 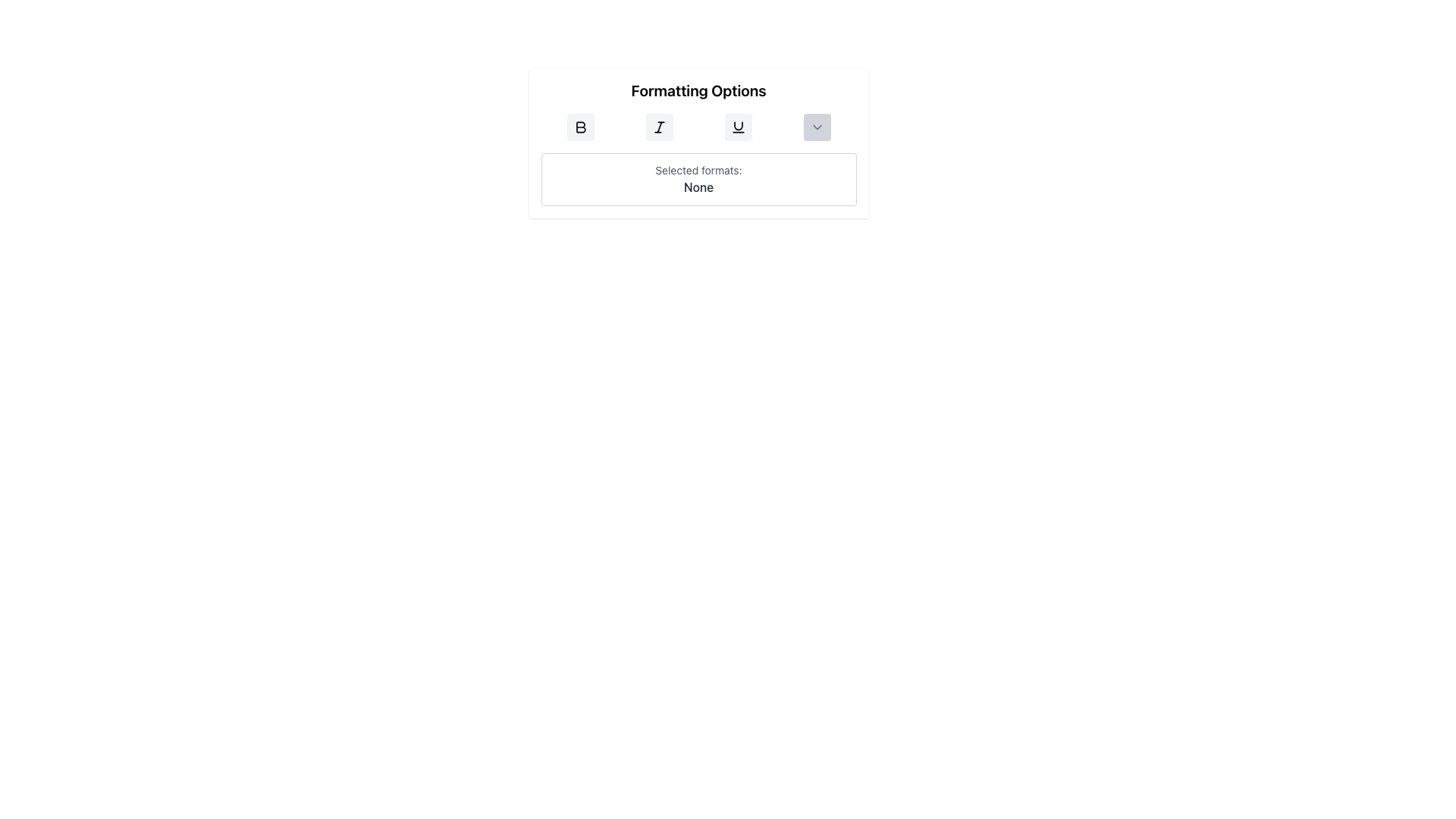 What do you see at coordinates (698, 178) in the screenshot?
I see `the display box containing the text 'Selected formats: None', which is located below the formatting buttons 'B', 'I', and 'U'` at bounding box center [698, 178].